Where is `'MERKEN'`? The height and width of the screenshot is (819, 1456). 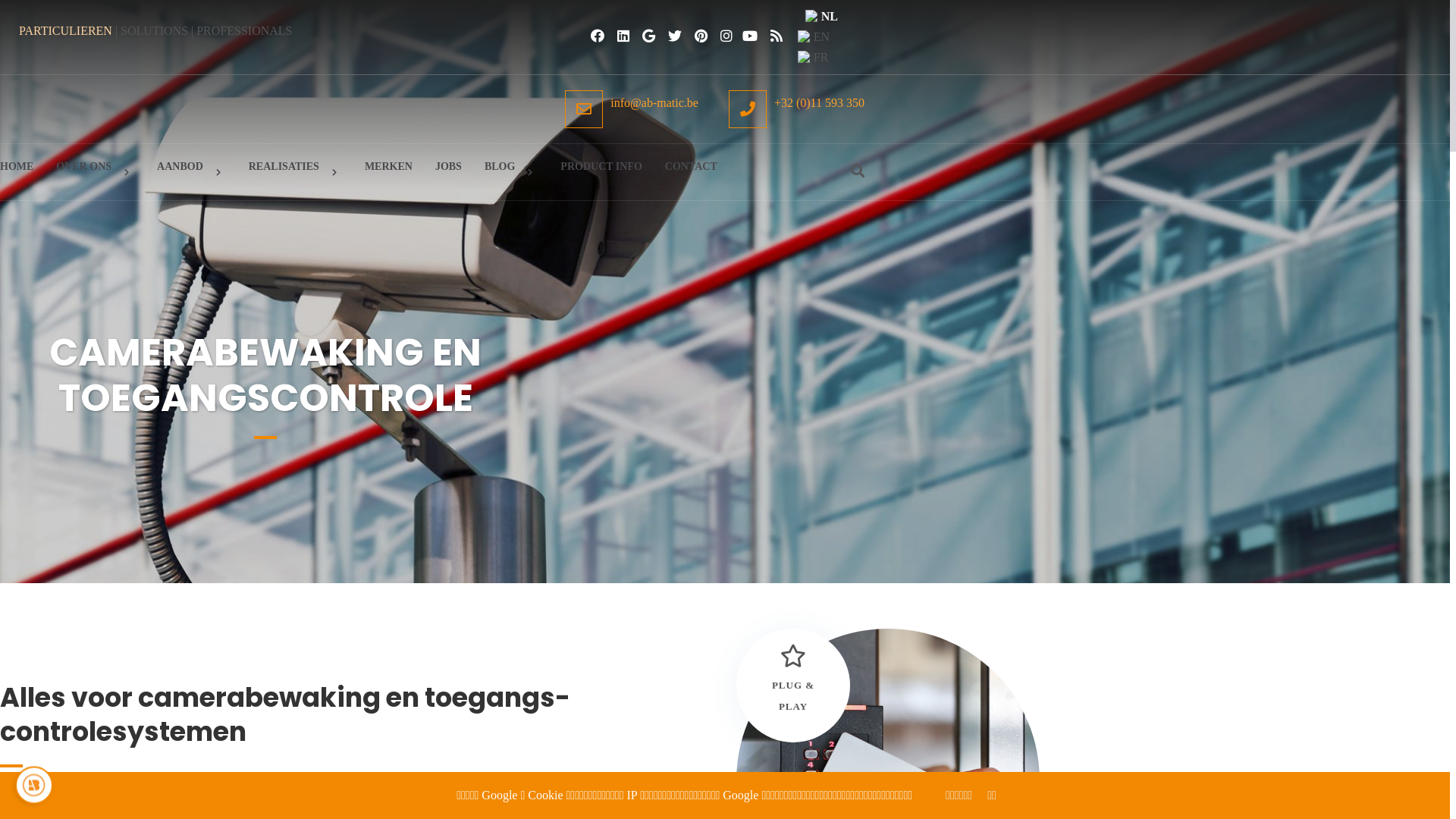
'MERKEN' is located at coordinates (388, 166).